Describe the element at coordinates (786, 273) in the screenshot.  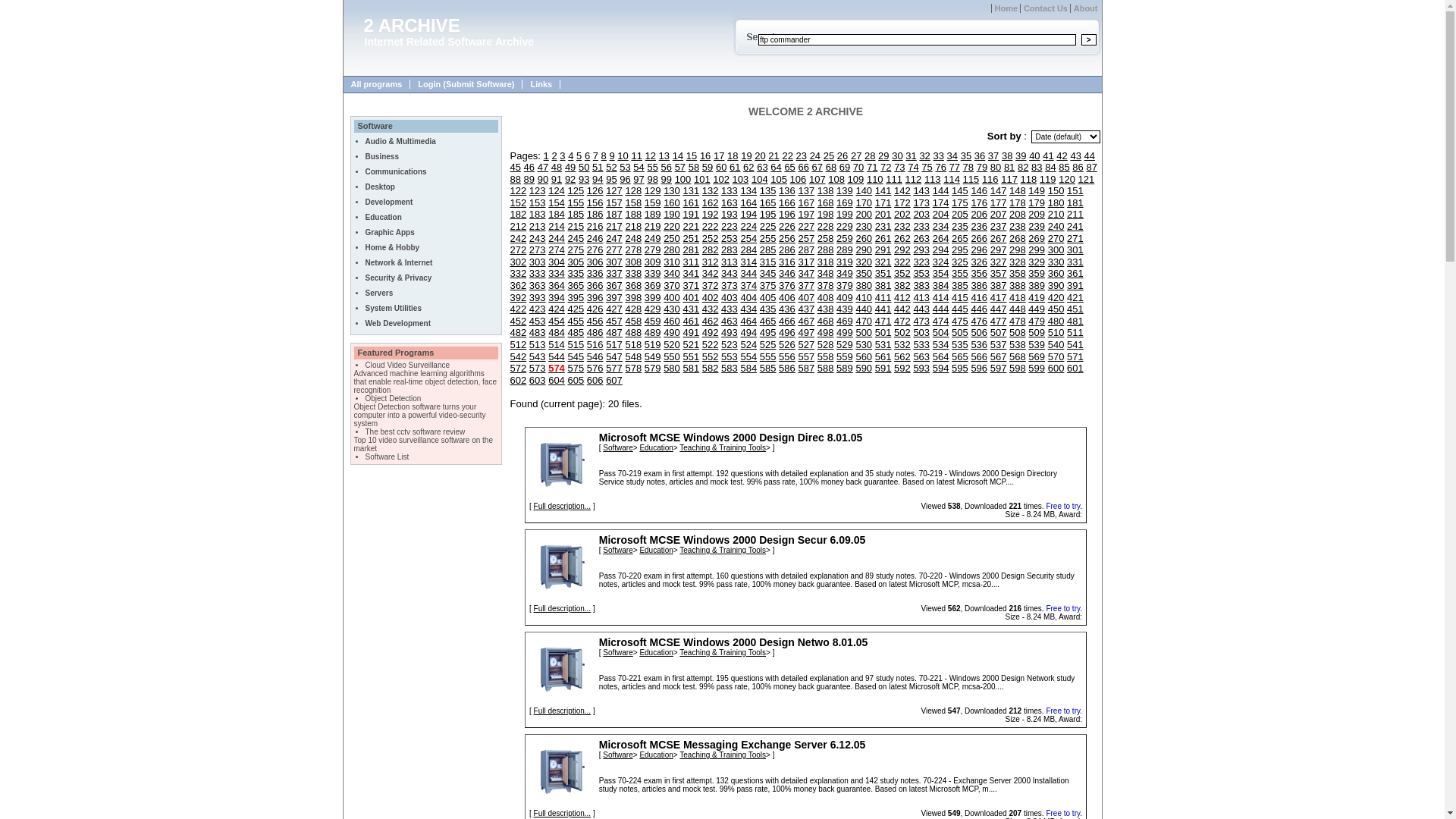
I see `'346'` at that location.